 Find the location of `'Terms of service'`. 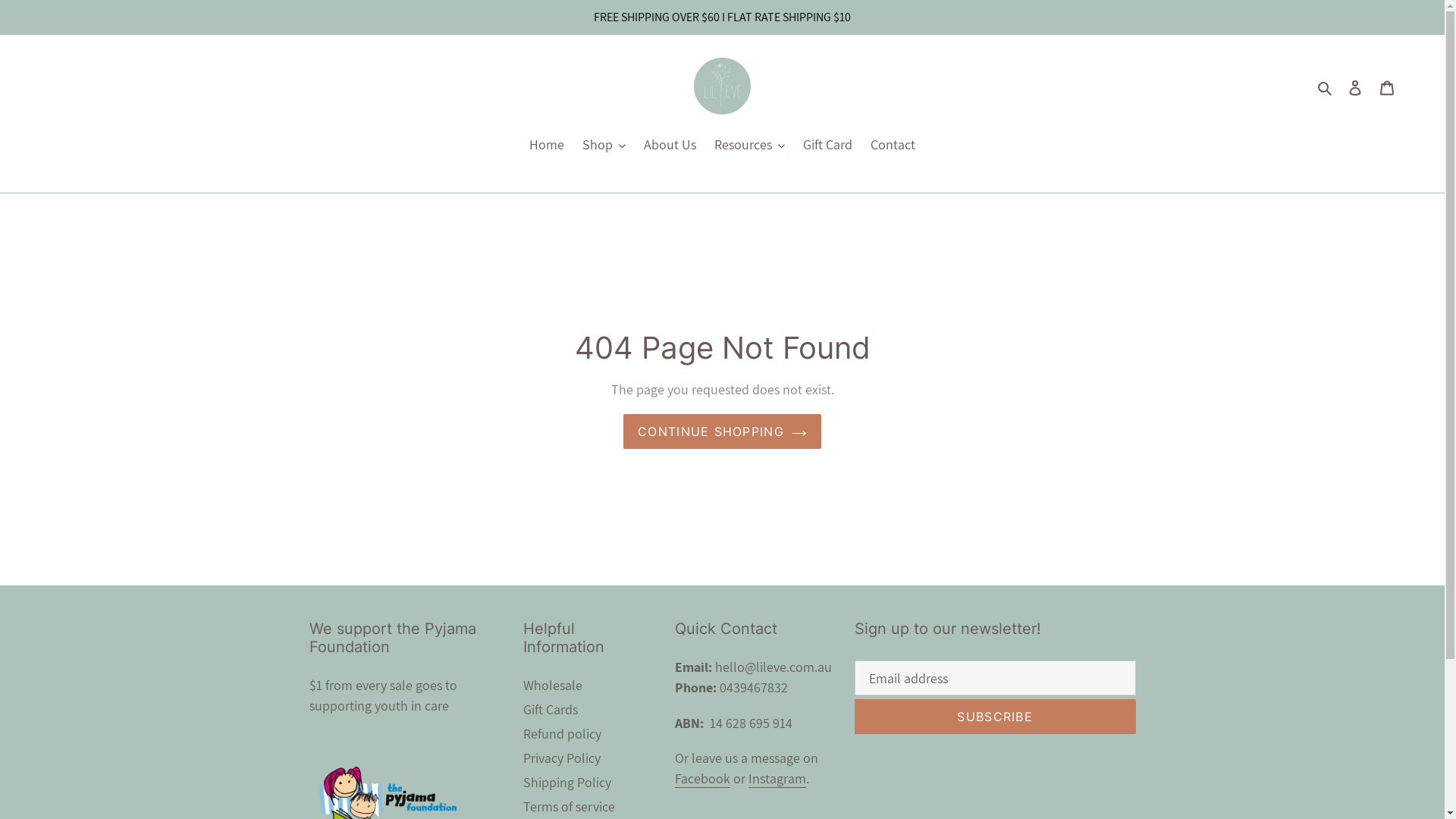

'Terms of service' is located at coordinates (568, 805).